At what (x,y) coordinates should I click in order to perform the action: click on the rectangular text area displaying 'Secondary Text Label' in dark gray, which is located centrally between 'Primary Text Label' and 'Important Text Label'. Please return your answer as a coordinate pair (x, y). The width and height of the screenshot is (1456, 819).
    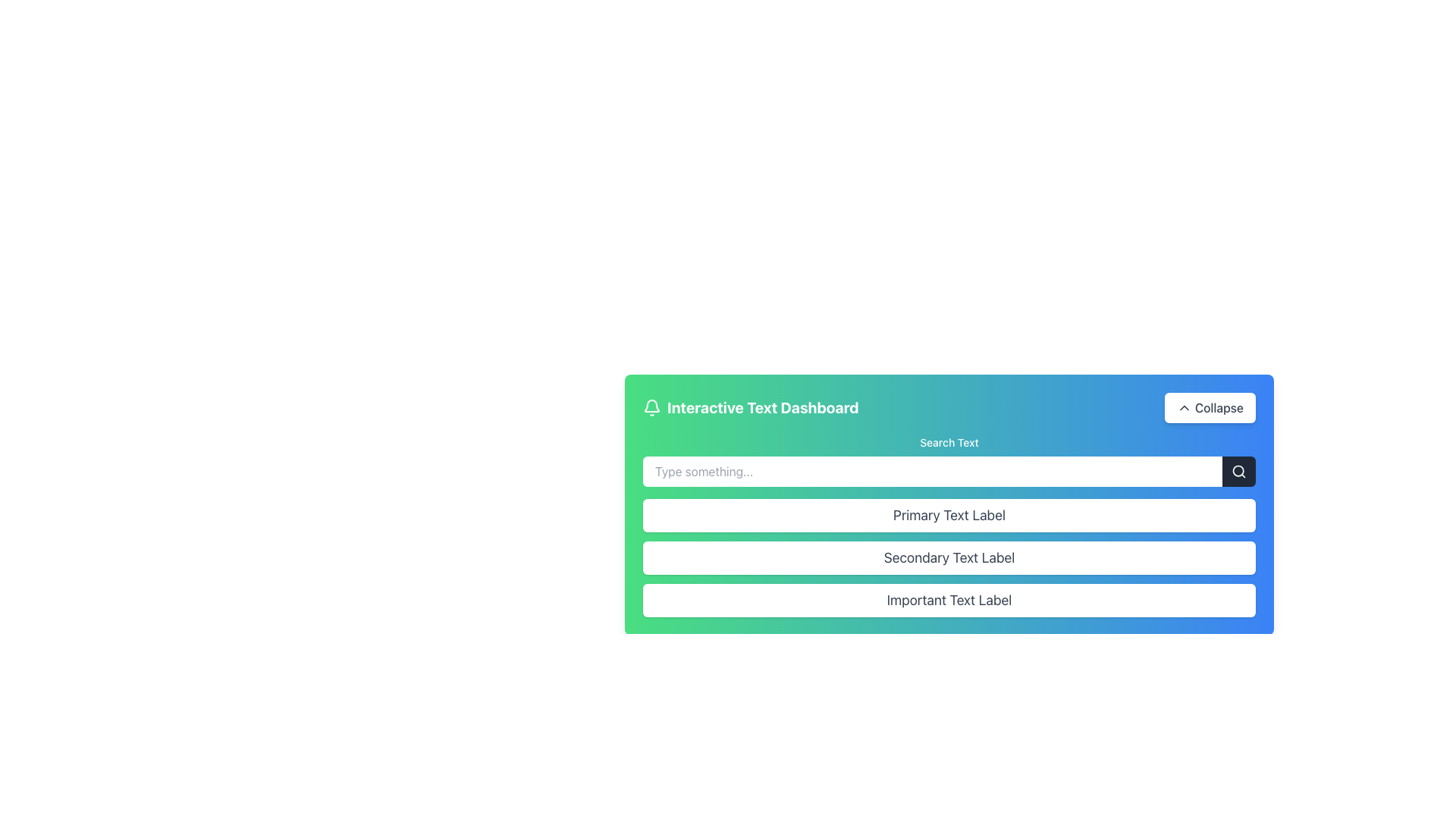
    Looking at the image, I should click on (949, 558).